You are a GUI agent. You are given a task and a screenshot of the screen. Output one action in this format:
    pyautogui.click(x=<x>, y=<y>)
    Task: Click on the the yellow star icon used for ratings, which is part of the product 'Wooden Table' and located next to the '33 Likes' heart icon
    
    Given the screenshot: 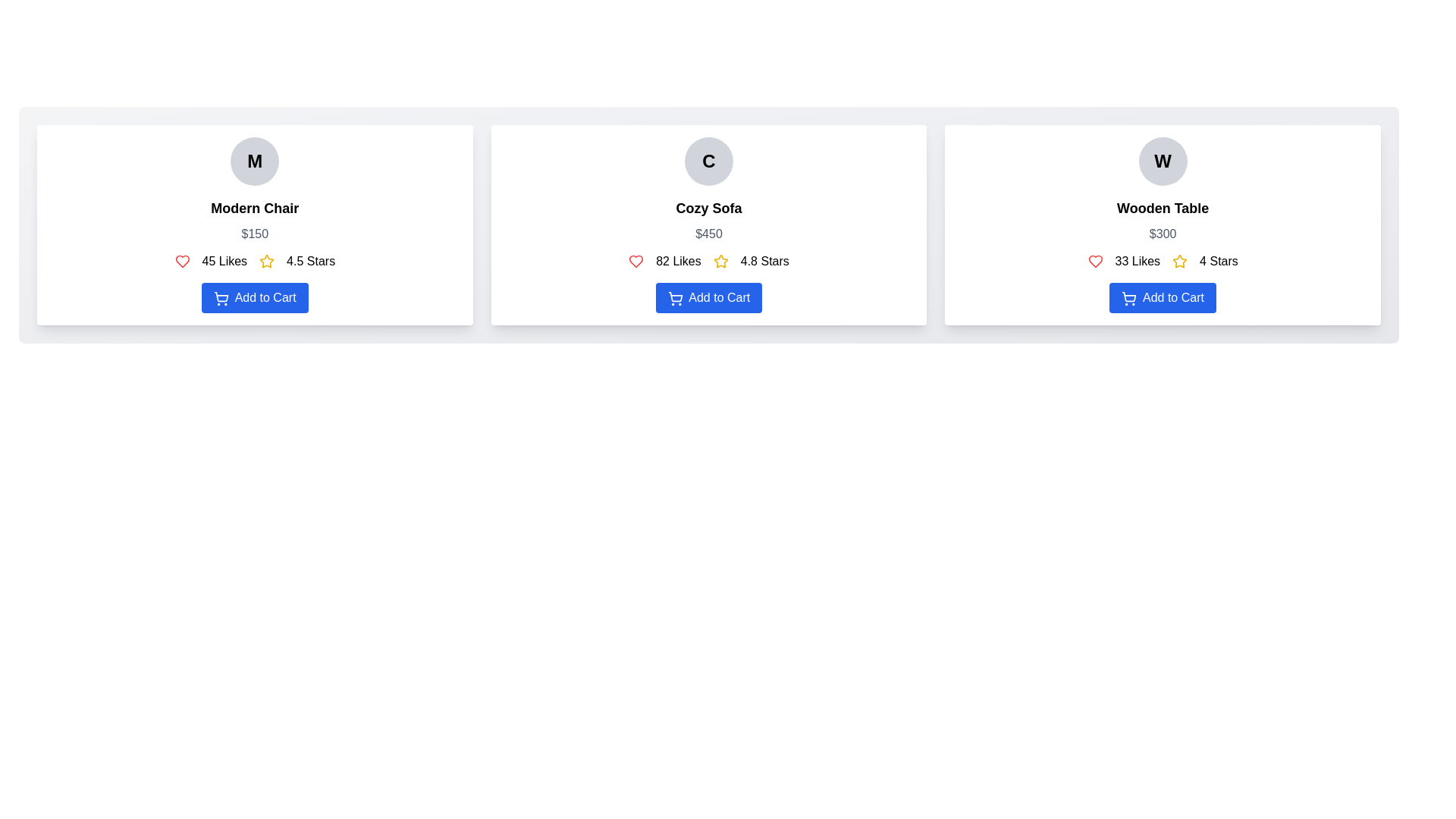 What is the action you would take?
    pyautogui.click(x=1179, y=260)
    